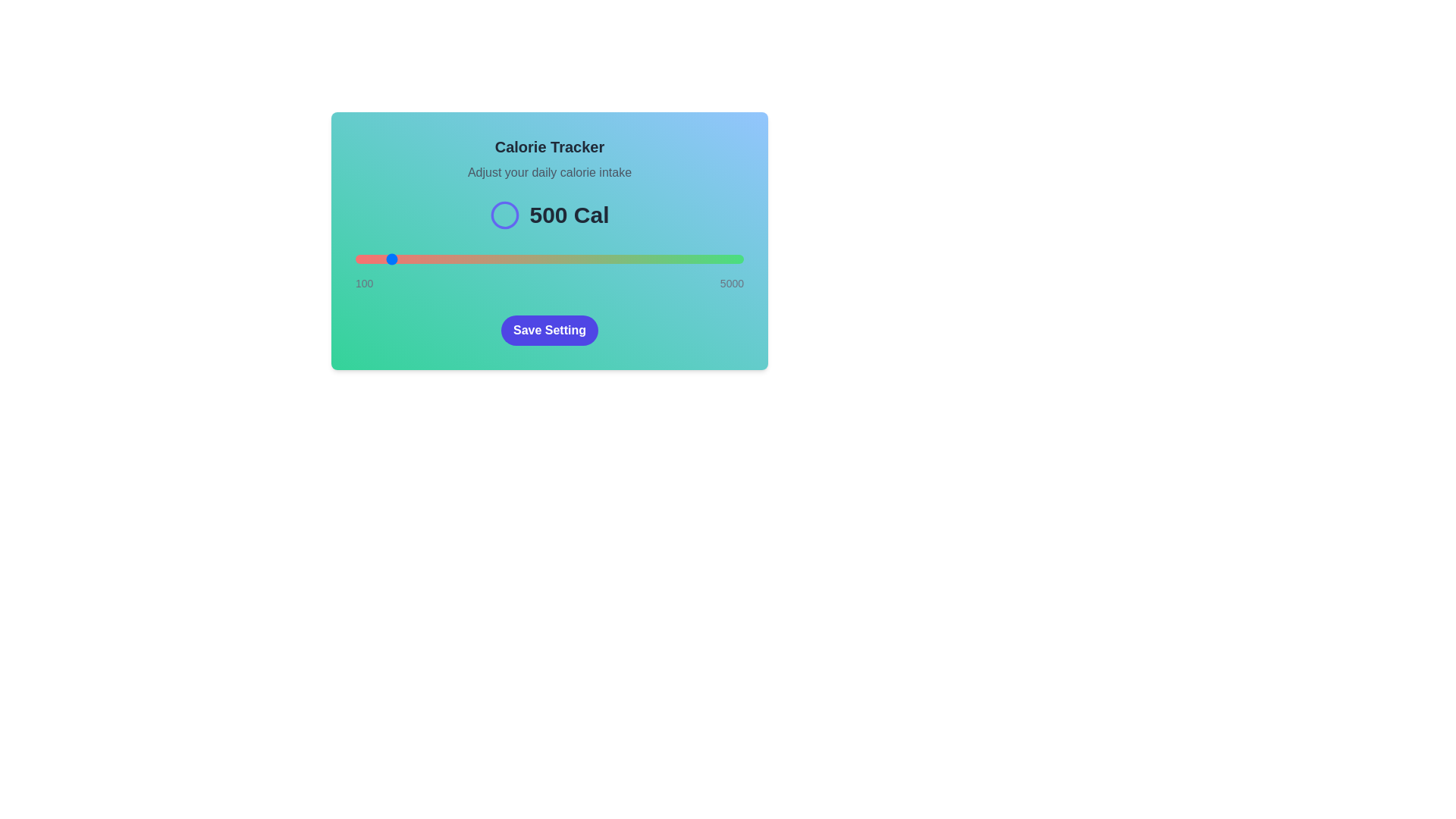 Image resolution: width=1456 pixels, height=819 pixels. I want to click on 'Save Setting' button to save the current settings, so click(548, 329).